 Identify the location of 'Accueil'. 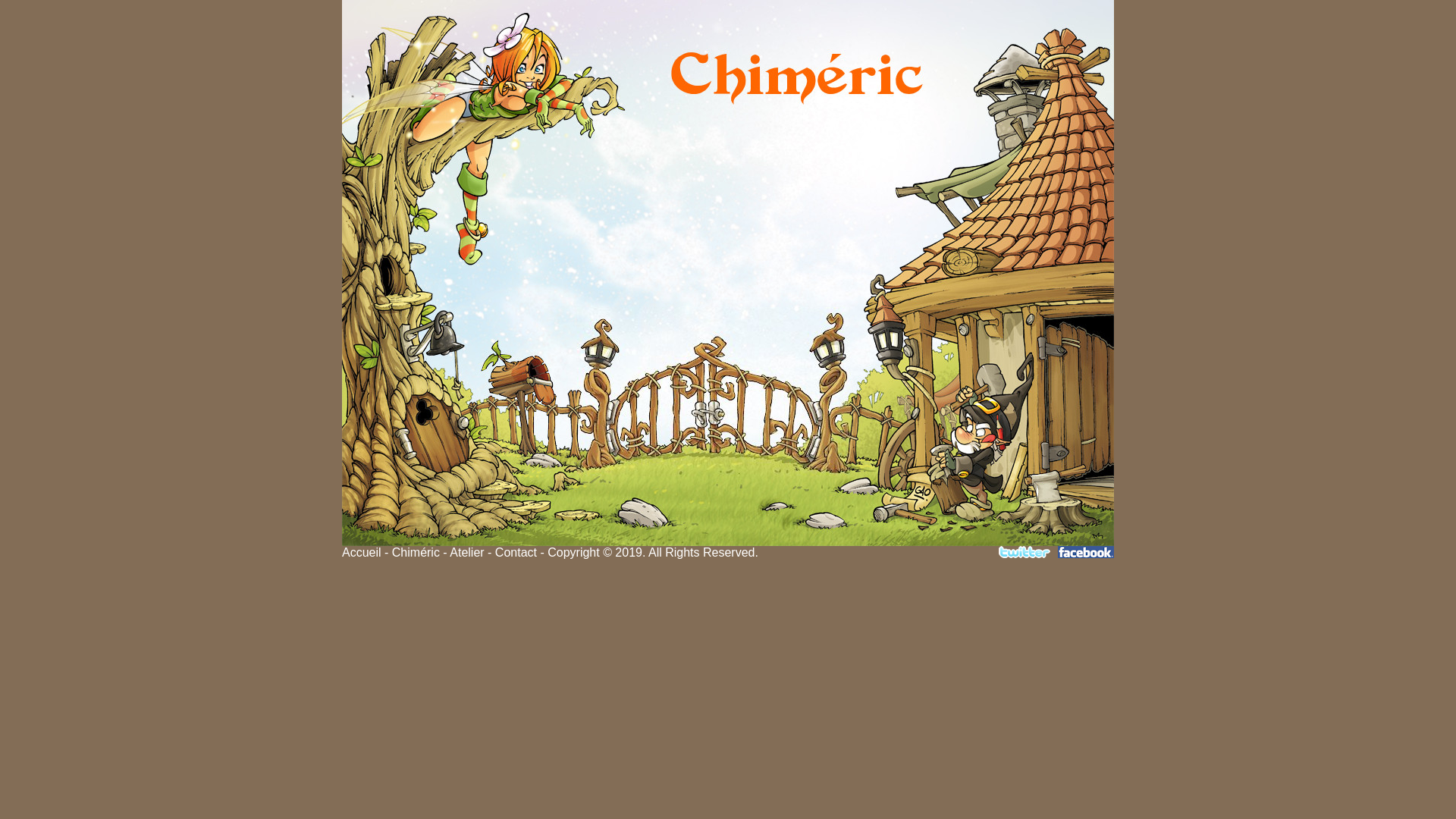
(360, 552).